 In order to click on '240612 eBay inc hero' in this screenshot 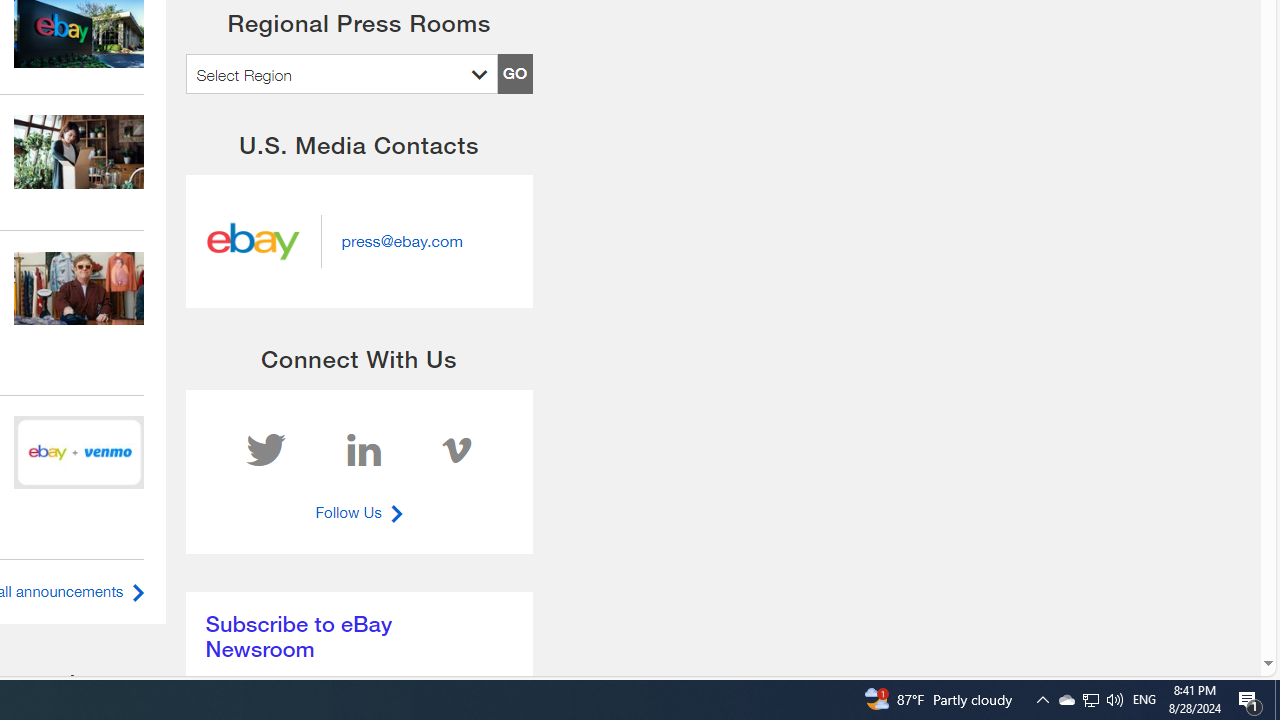, I will do `click(79, 452)`.